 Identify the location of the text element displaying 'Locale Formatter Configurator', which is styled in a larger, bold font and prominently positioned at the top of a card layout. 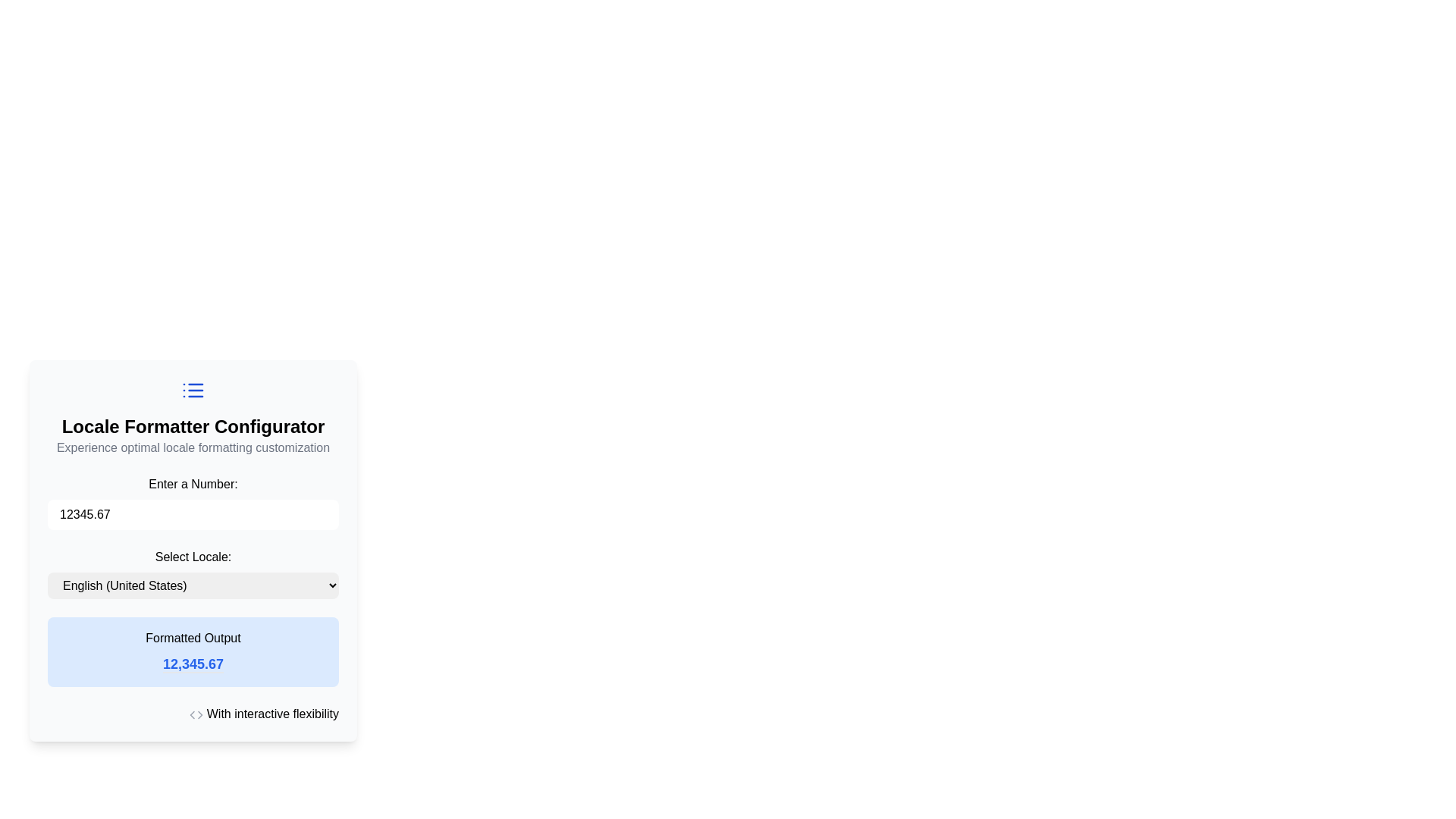
(192, 427).